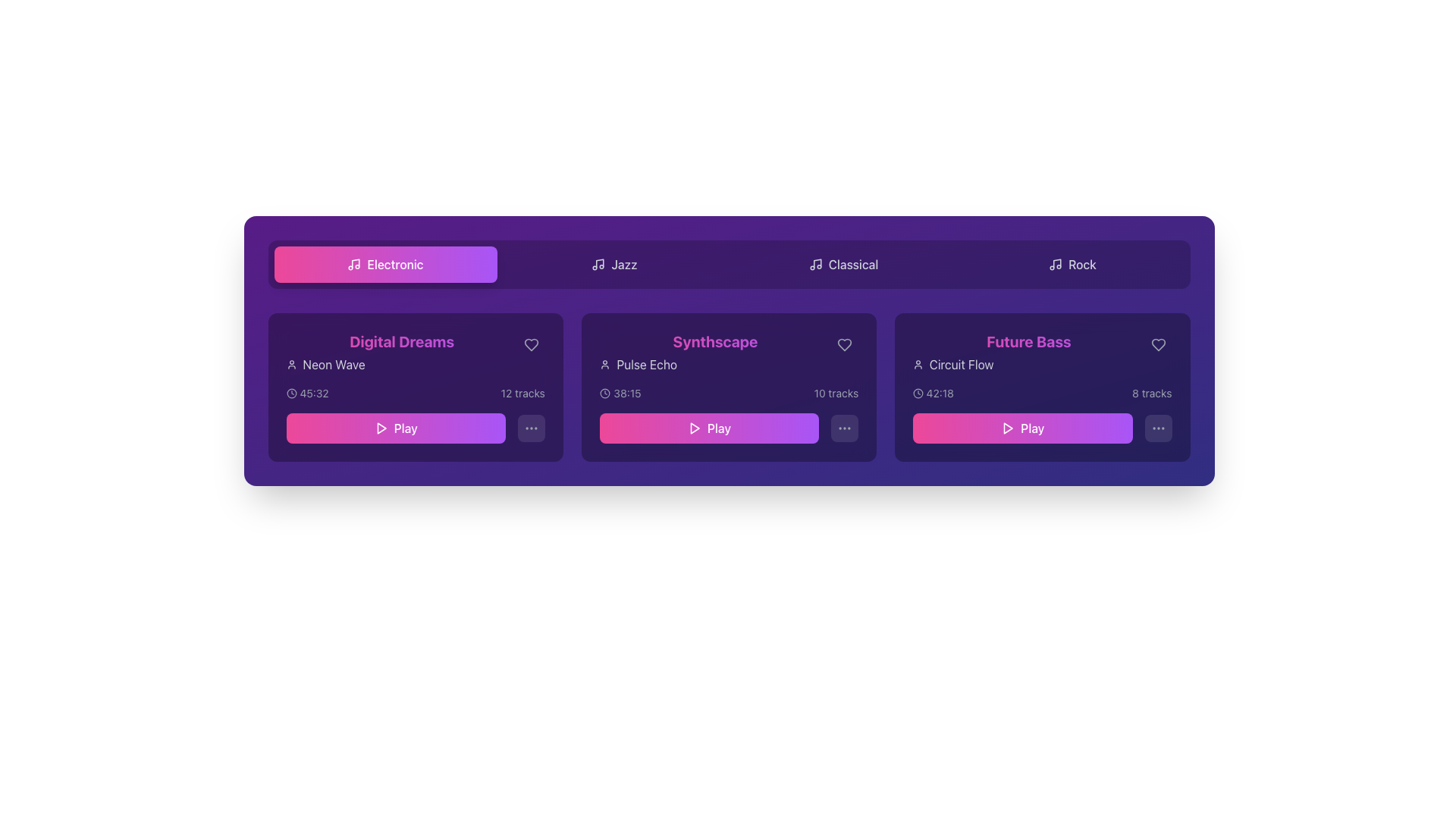  What do you see at coordinates (291, 365) in the screenshot?
I see `the SVG icon located to the left of the label text 'Neon Wave' in the 'Digital Dreams' section` at bounding box center [291, 365].